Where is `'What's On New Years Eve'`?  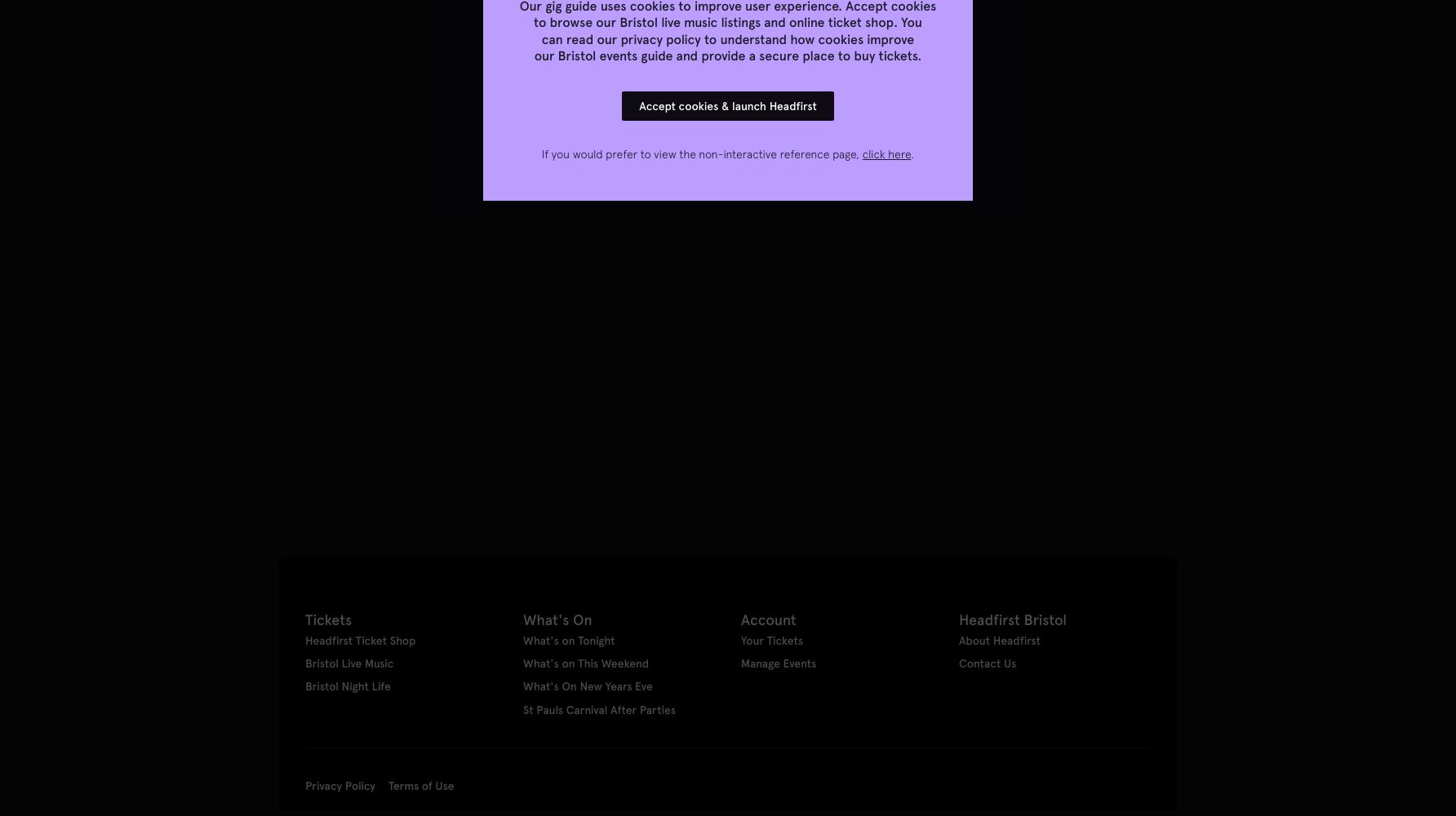
'What's On New Years Eve' is located at coordinates (588, 685).